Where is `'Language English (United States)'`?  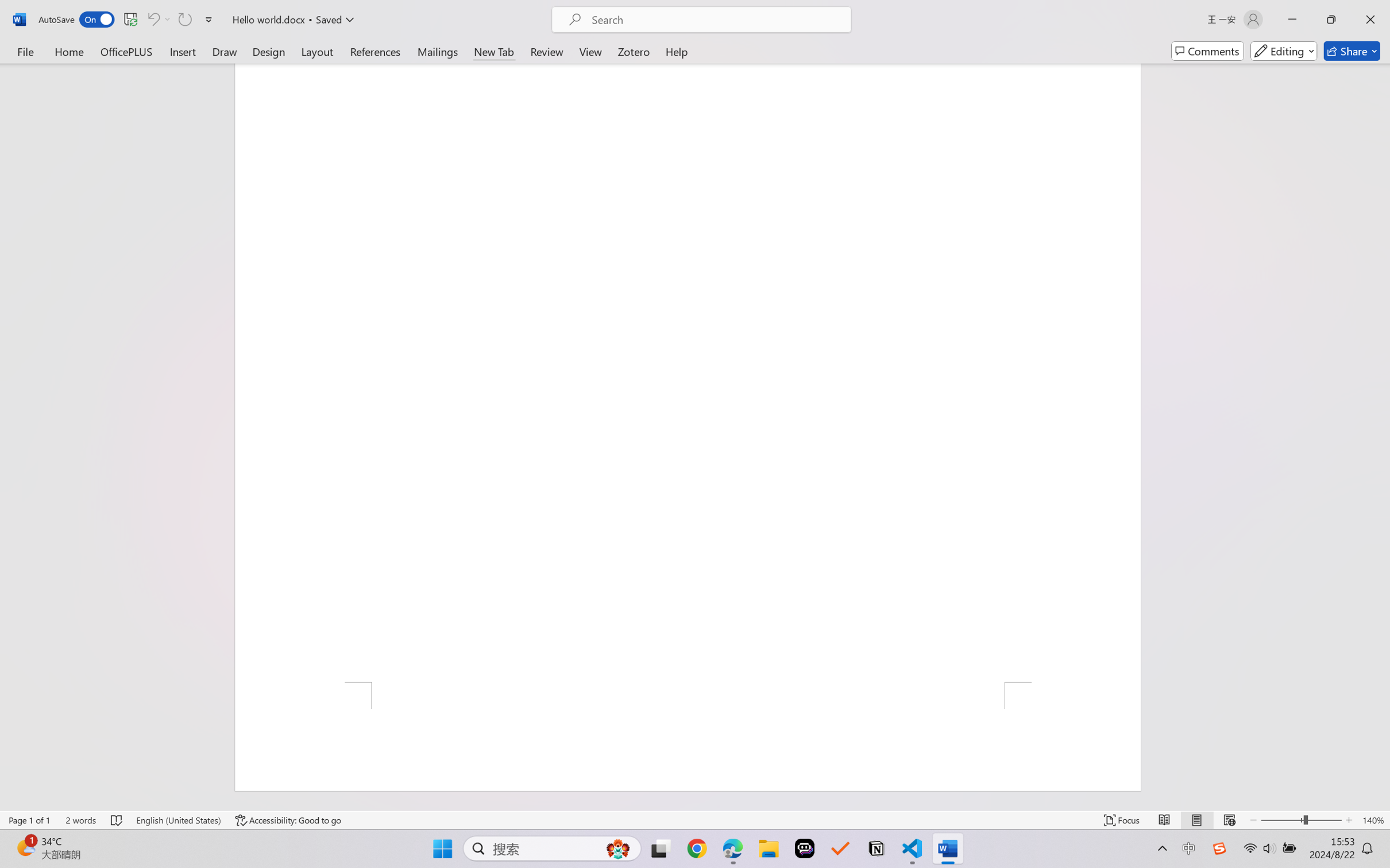
'Language English (United States)' is located at coordinates (178, 820).